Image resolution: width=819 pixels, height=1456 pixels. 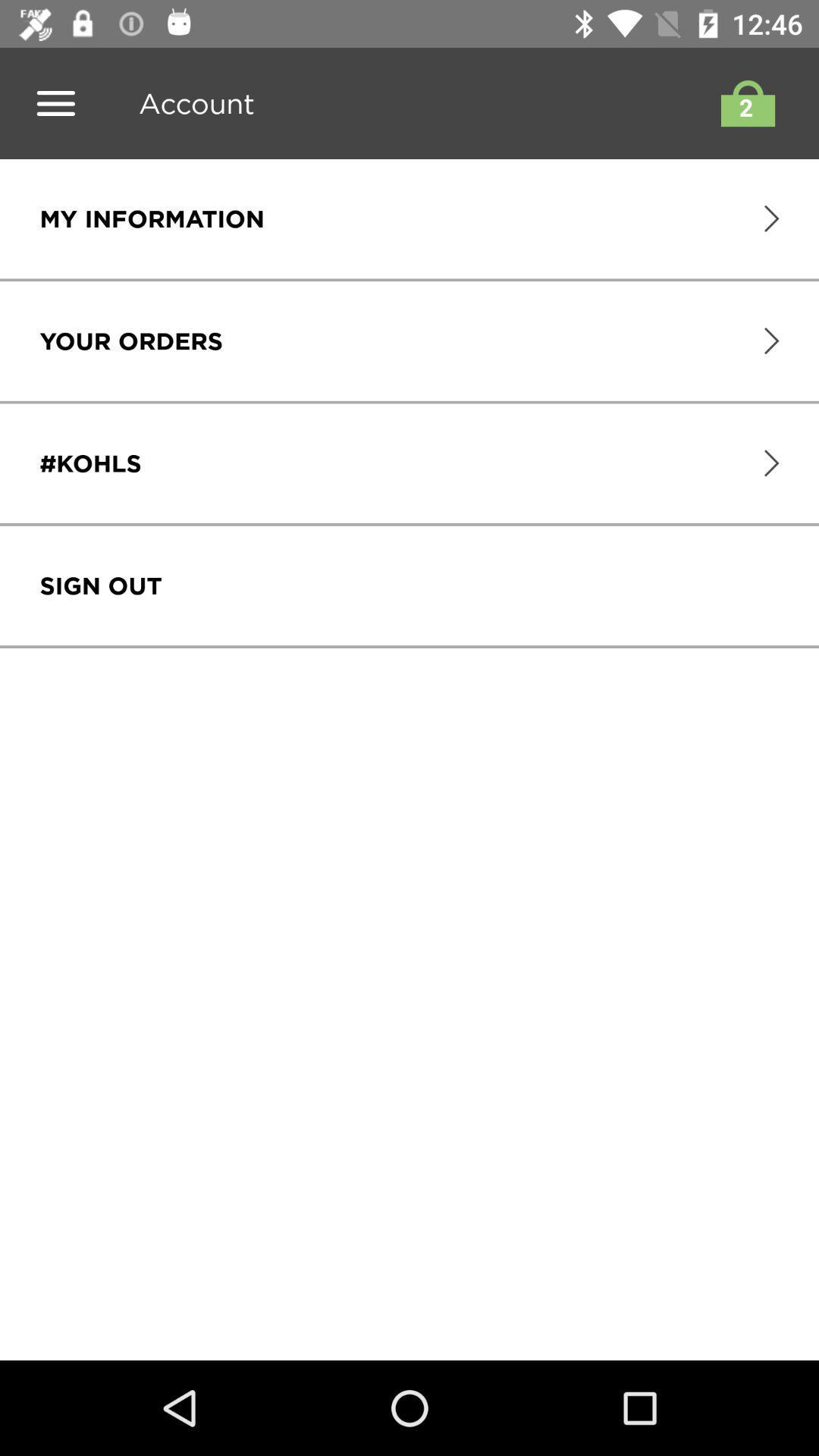 What do you see at coordinates (130, 340) in the screenshot?
I see `the item below my information` at bounding box center [130, 340].